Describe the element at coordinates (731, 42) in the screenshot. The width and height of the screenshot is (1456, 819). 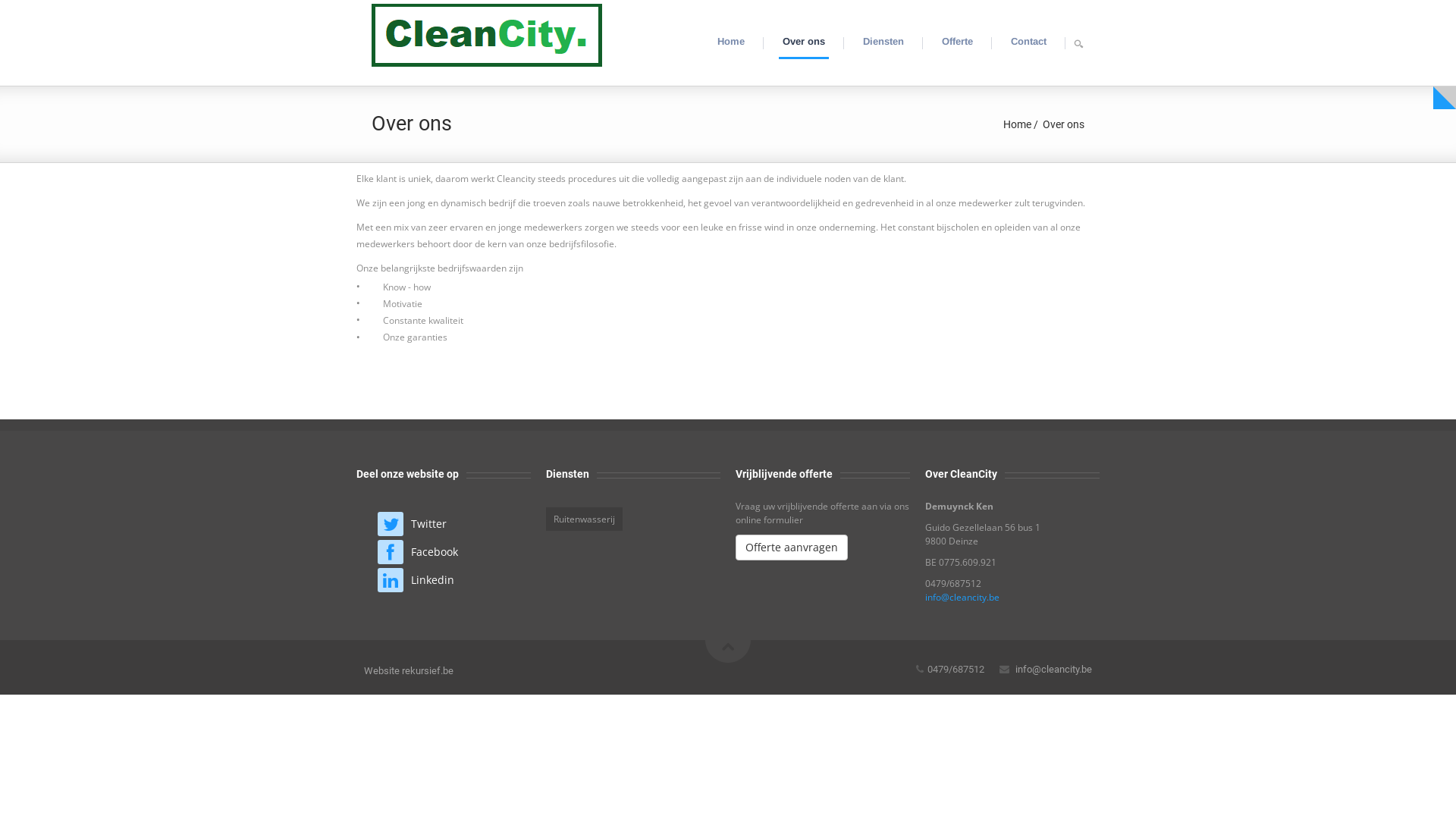
I see `'Home'` at that location.